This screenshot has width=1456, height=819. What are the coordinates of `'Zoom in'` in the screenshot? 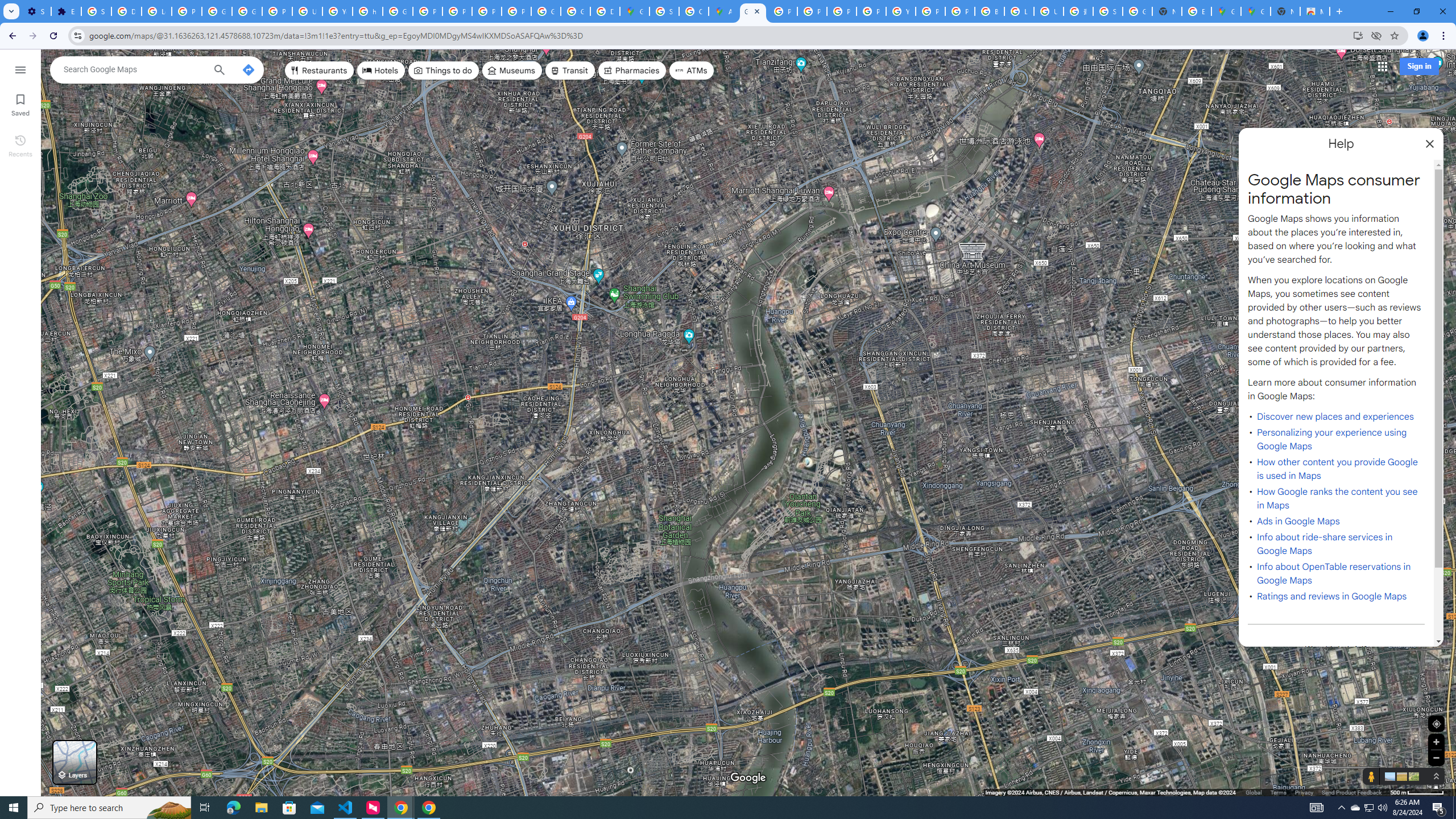 It's located at (1436, 741).